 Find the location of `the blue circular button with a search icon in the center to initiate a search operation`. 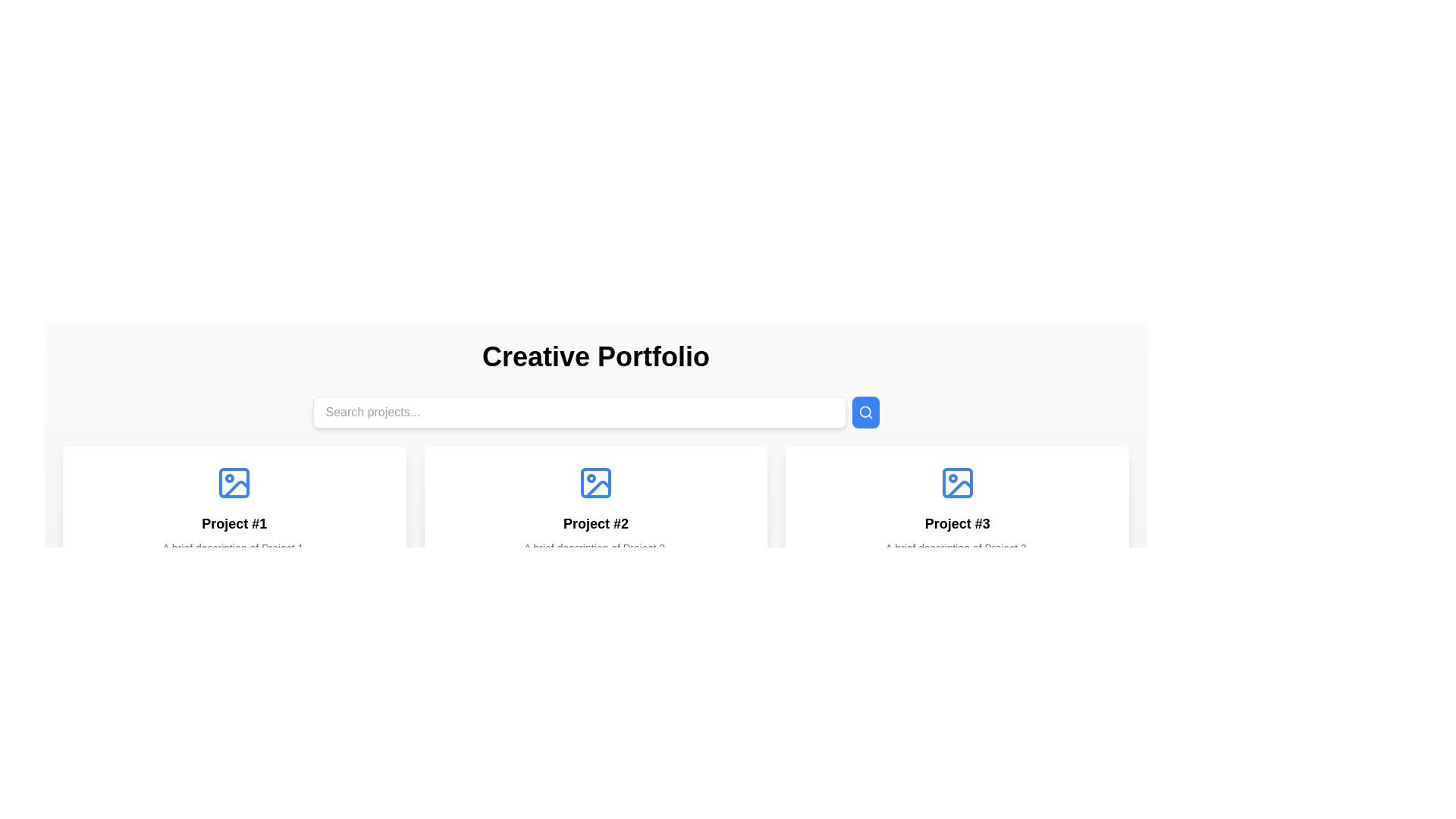

the blue circular button with a search icon in the center to initiate a search operation is located at coordinates (865, 412).